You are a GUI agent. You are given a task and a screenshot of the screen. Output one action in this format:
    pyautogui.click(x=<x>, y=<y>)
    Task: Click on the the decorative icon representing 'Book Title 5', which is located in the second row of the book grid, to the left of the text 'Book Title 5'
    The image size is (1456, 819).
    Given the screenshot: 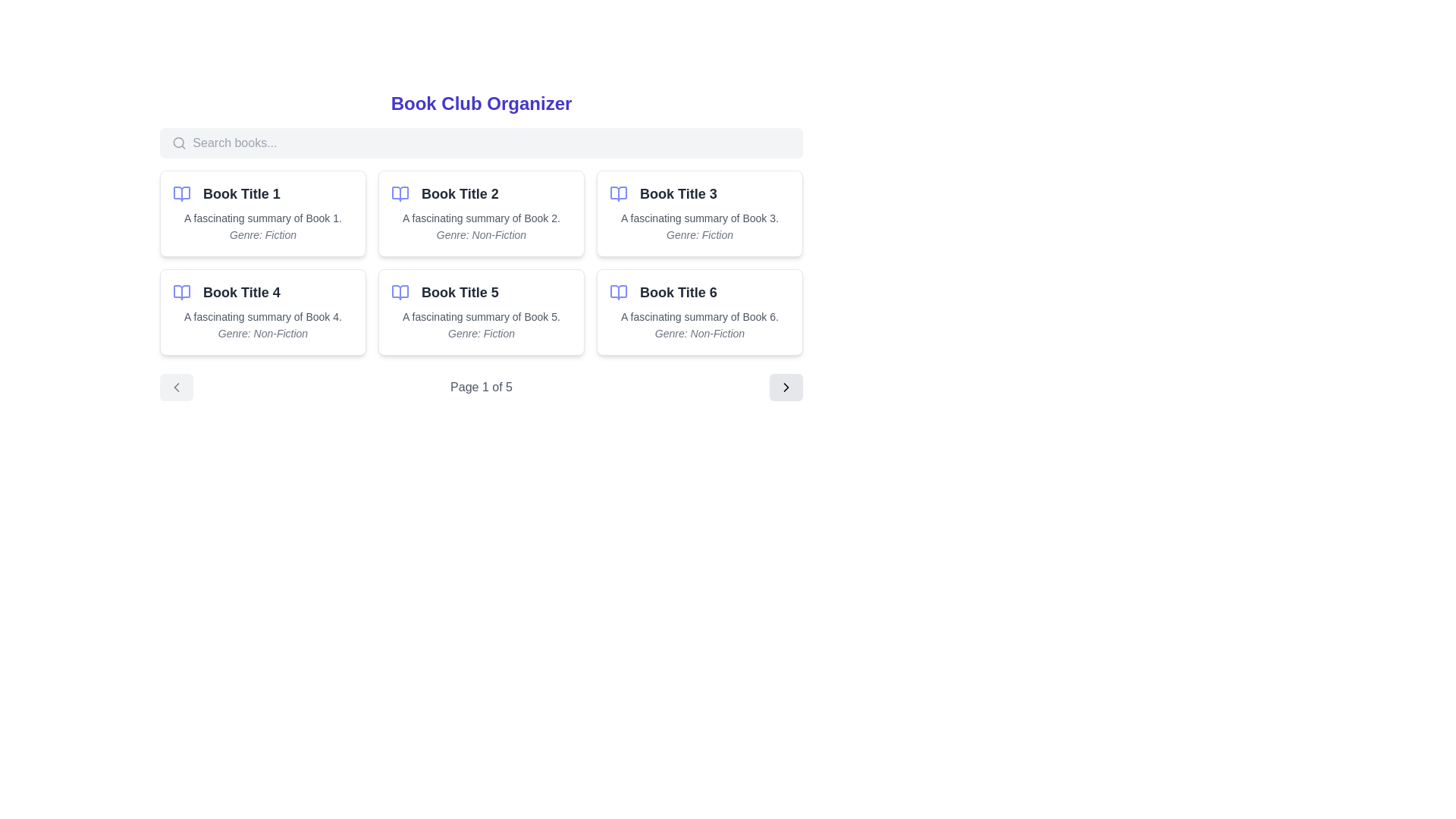 What is the action you would take?
    pyautogui.click(x=400, y=292)
    